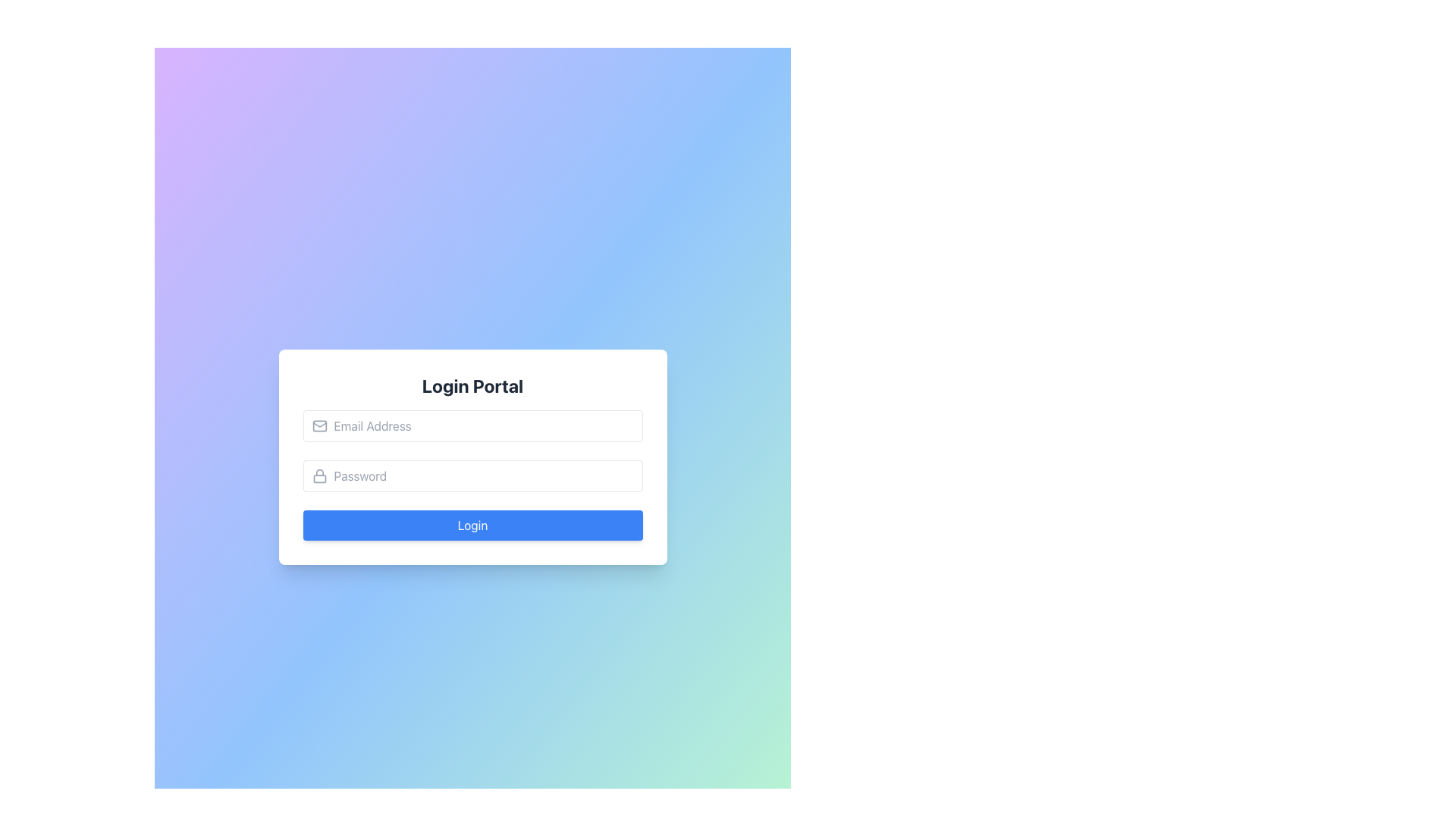 This screenshot has height=819, width=1456. What do you see at coordinates (318, 475) in the screenshot?
I see `the lock icon located at the far left inside the password input field, which features a rounded rectangle base and a semi-circular arch at the top` at bounding box center [318, 475].